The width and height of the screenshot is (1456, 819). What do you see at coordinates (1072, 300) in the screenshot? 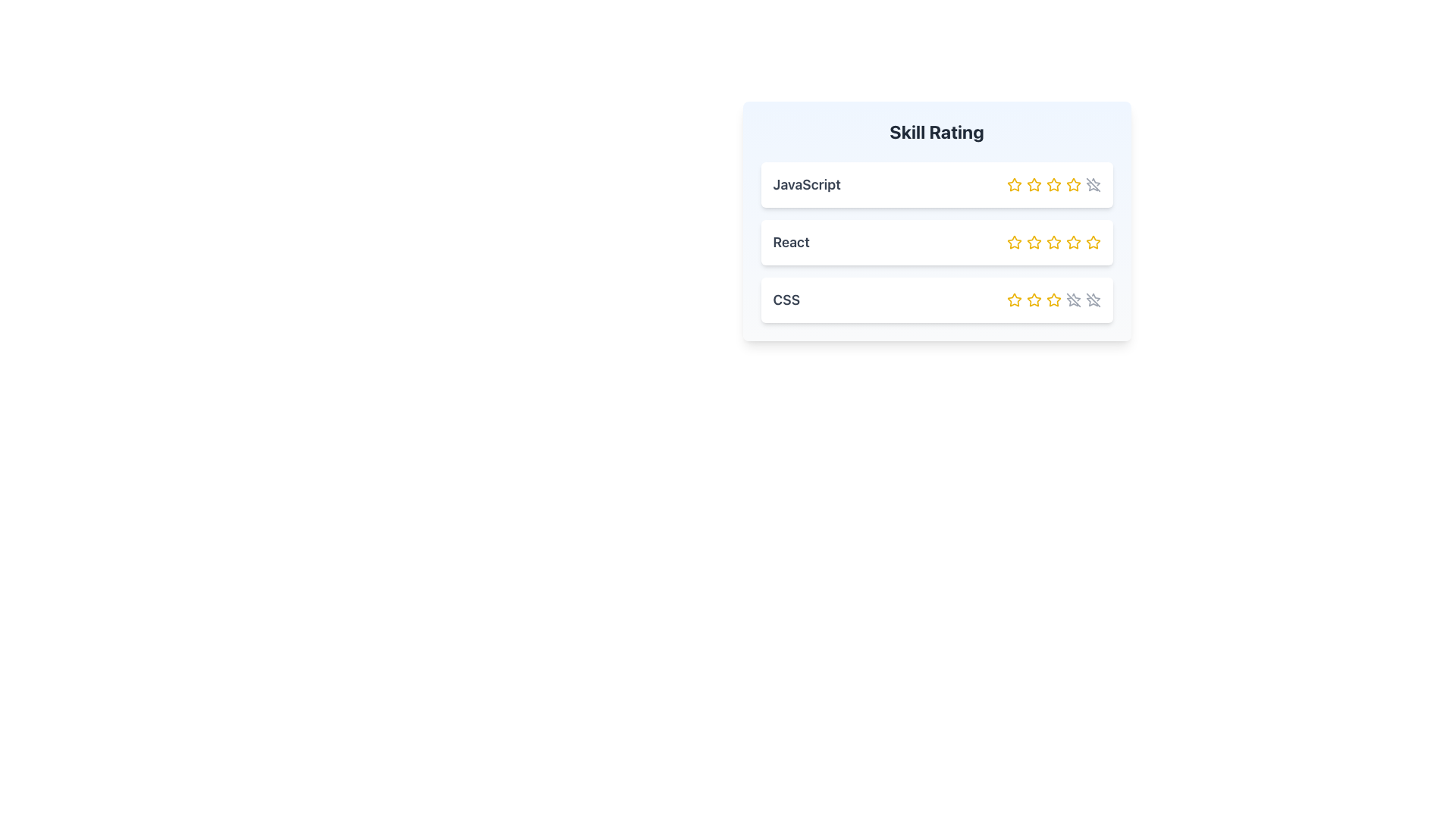
I see `the disabled SVG Line that crosses the last star icon in the CSS skill row of the Skill Rating card` at bounding box center [1072, 300].